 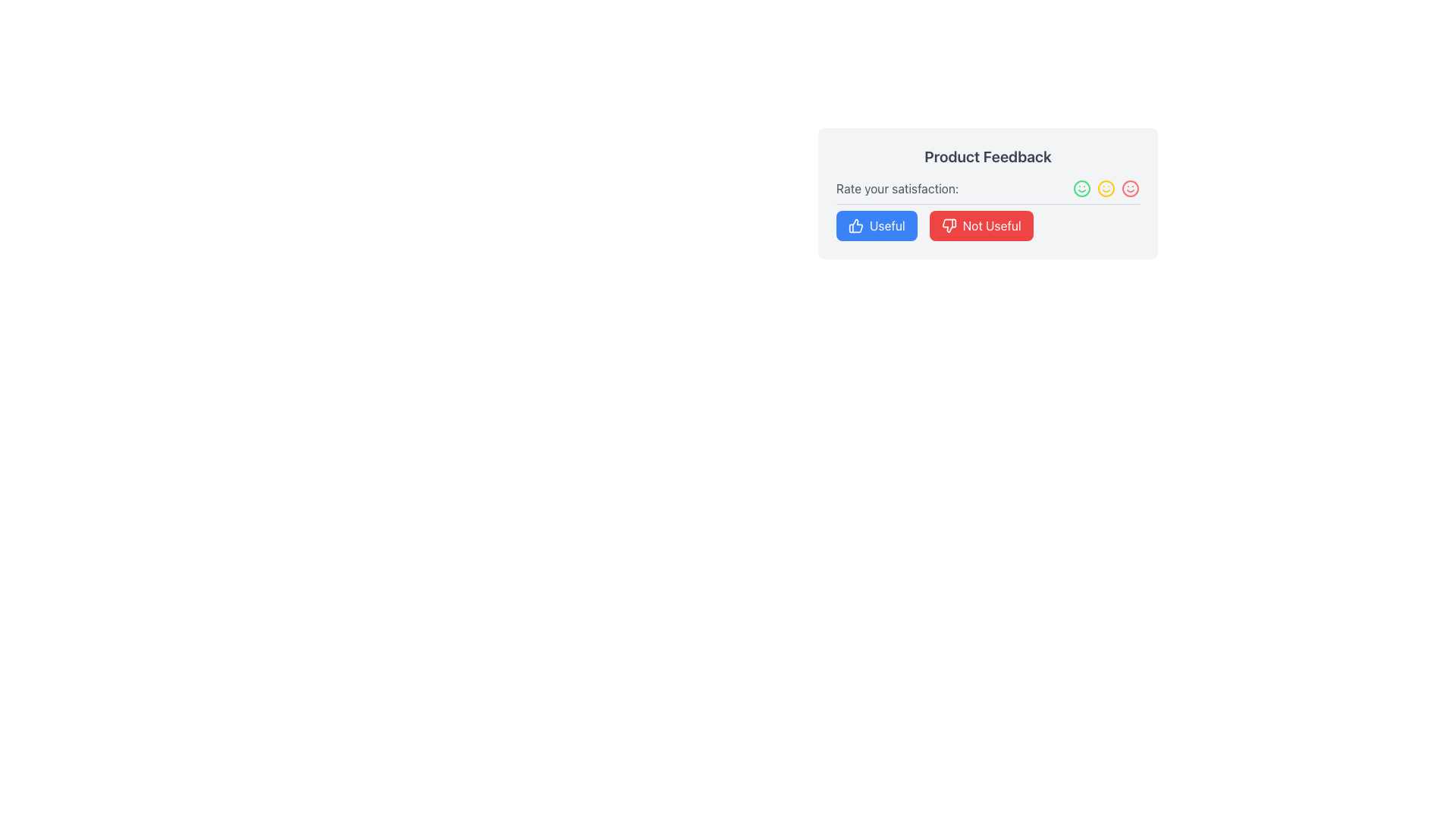 What do you see at coordinates (1106, 188) in the screenshot?
I see `the second circular smiley face icon from the left in the 'Rate your satisfaction' section` at bounding box center [1106, 188].